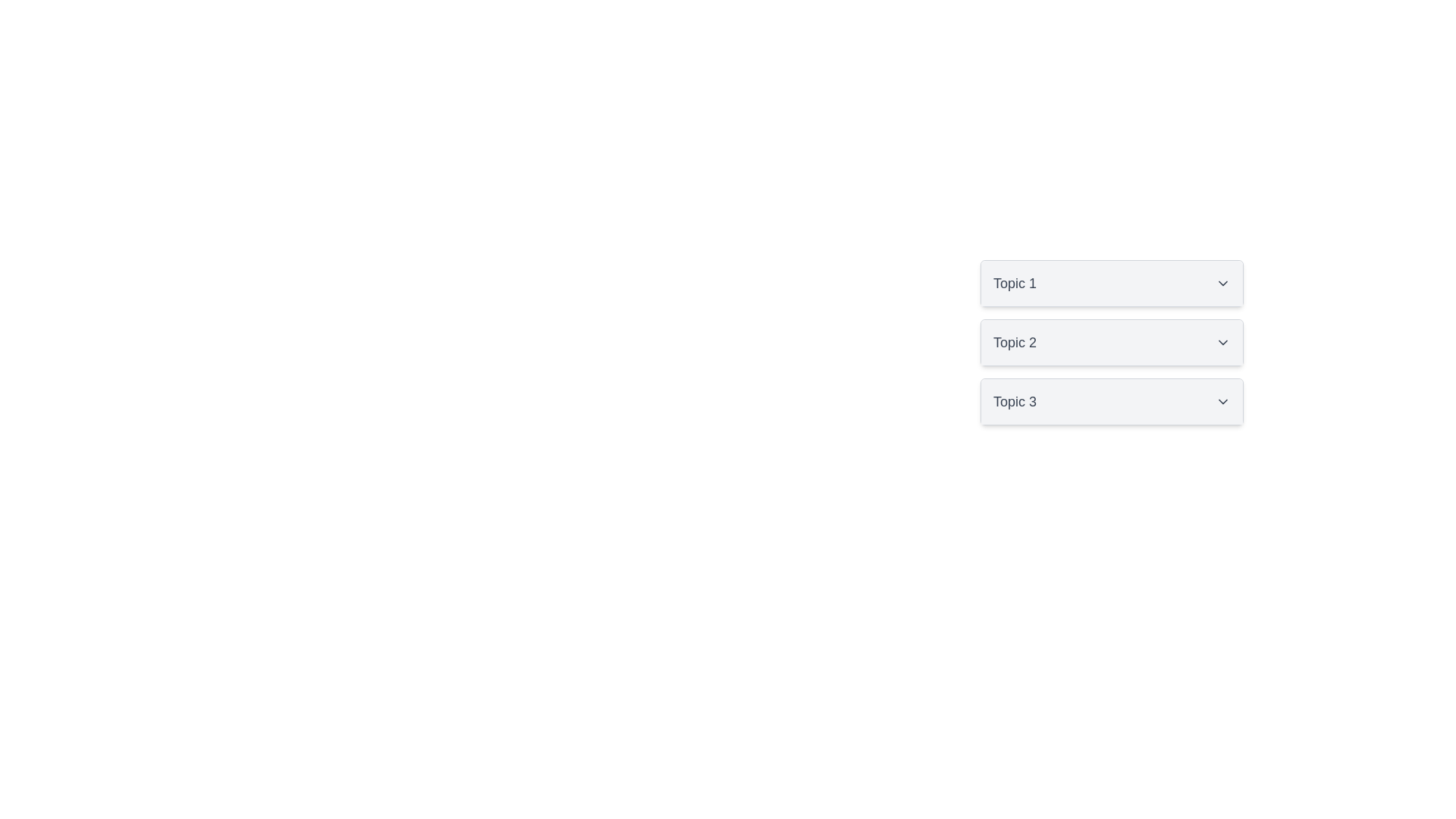 The height and width of the screenshot is (819, 1456). I want to click on the title text of the first collapsible panel, so click(1015, 284).